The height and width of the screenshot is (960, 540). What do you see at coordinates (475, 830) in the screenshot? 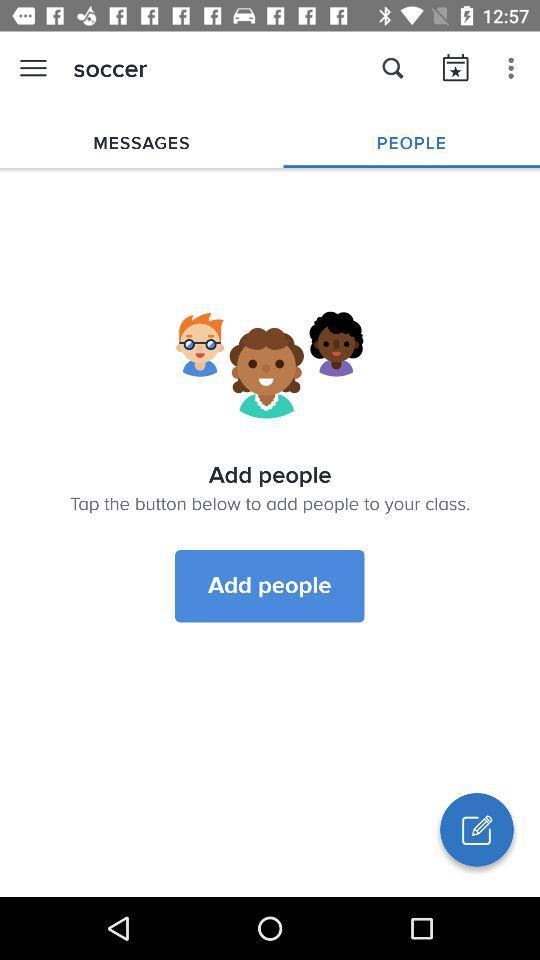
I see `the image at bottom right corner of the page` at bounding box center [475, 830].